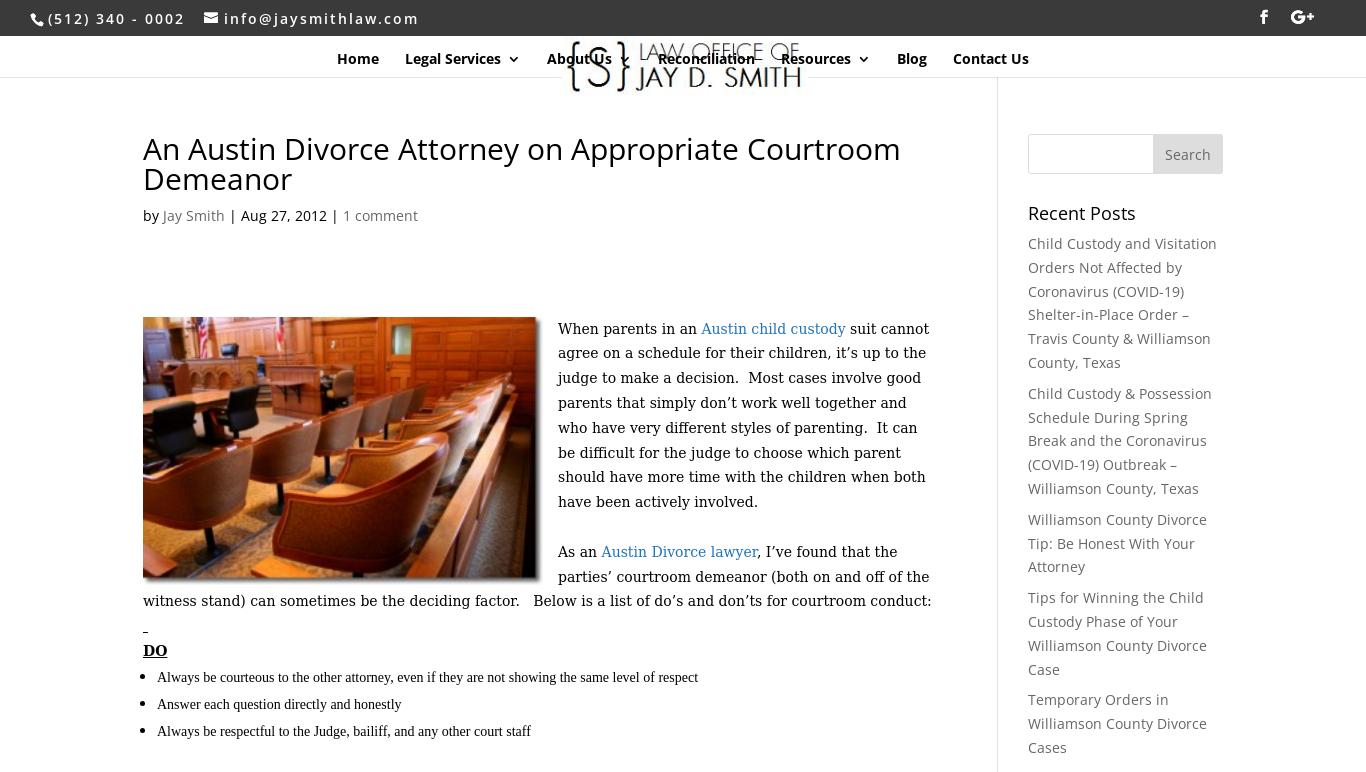 The image size is (1366, 772). What do you see at coordinates (1115, 542) in the screenshot?
I see `'Williamson County Divorce Tip: Be Honest With Your Attorney'` at bounding box center [1115, 542].